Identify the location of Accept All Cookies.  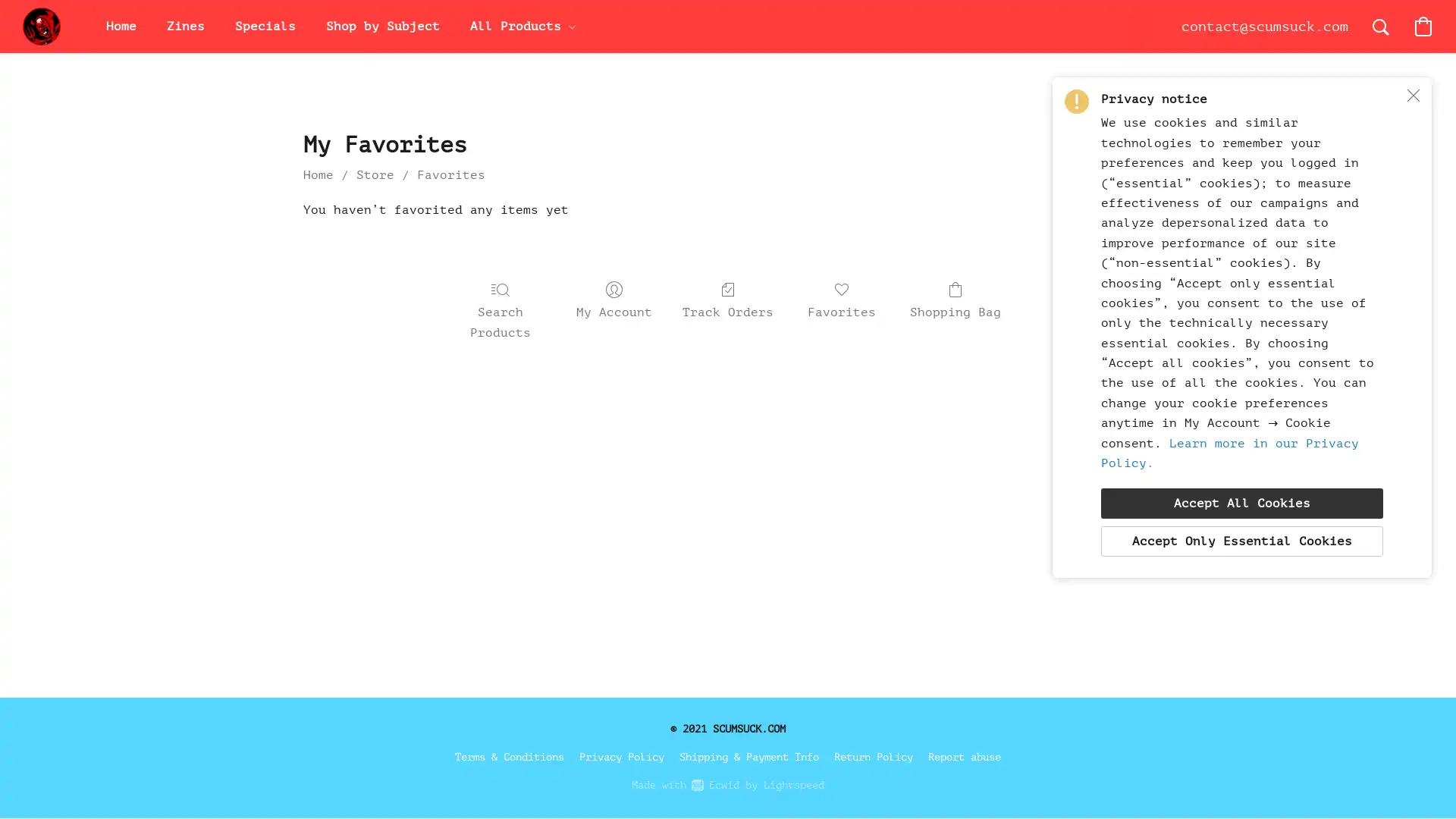
(1241, 503).